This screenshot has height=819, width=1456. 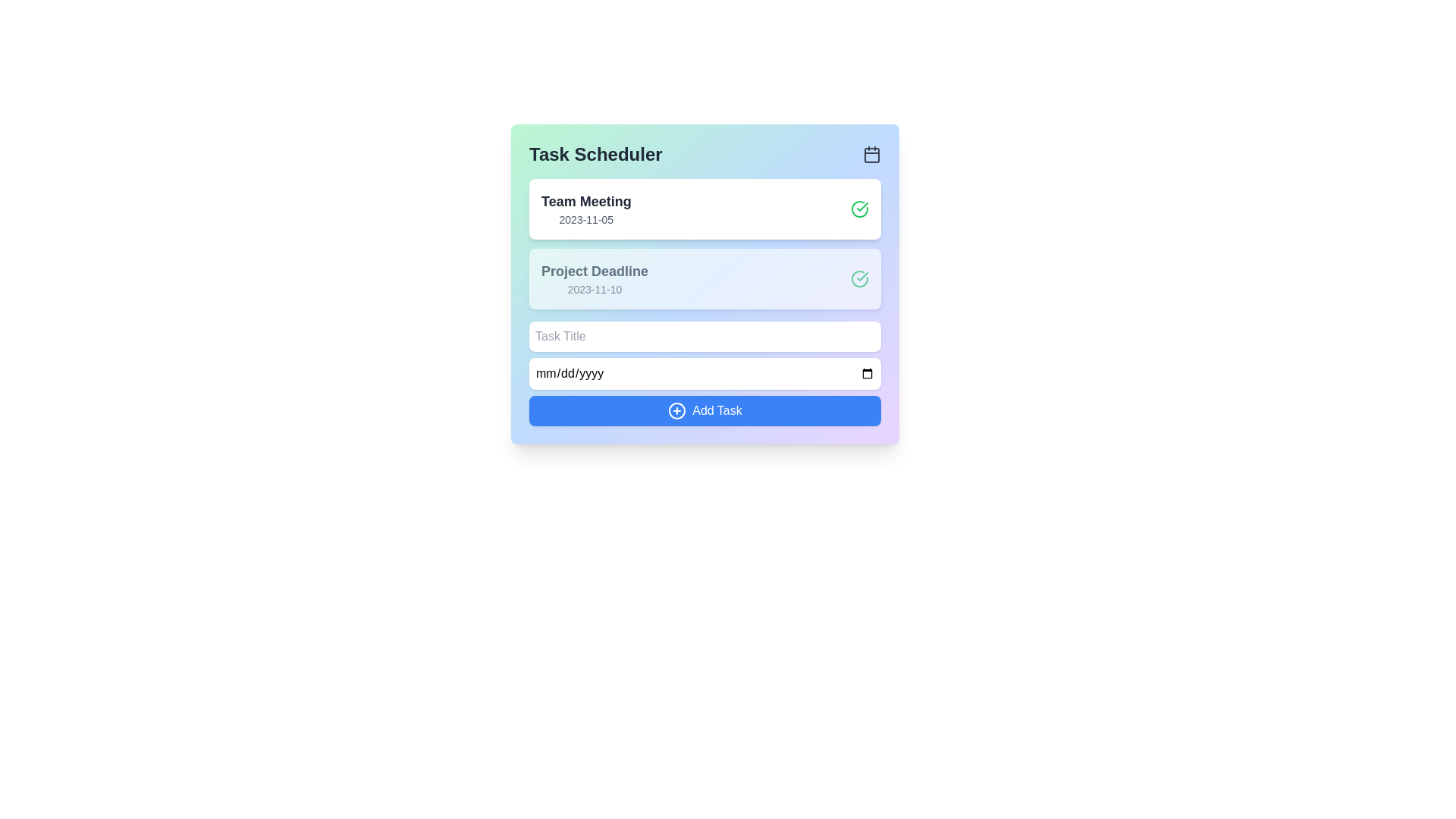 What do you see at coordinates (594, 289) in the screenshot?
I see `the text label displaying the date '2023-11-10', which is aligned to the left and located under the 'Project Deadline' title` at bounding box center [594, 289].